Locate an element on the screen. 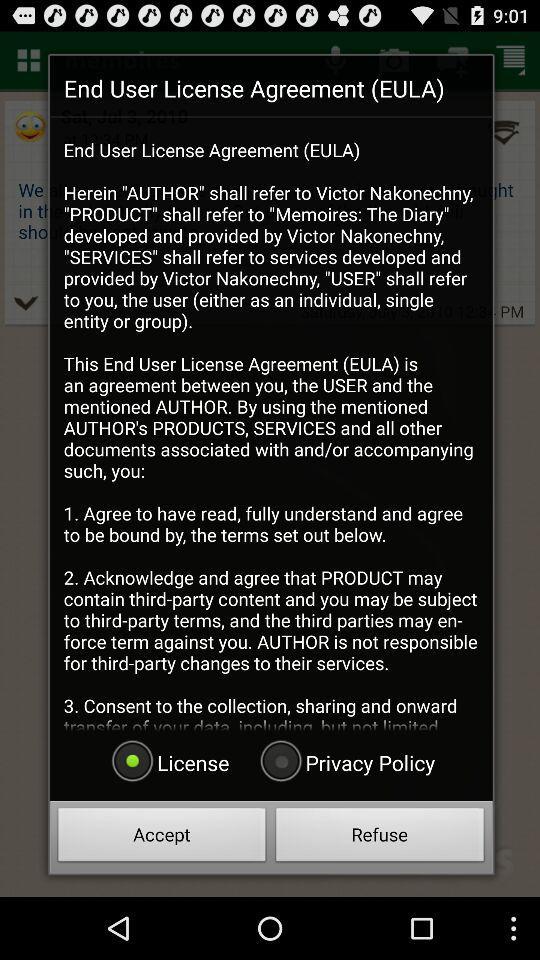 The width and height of the screenshot is (540, 960). button next to the refuse button is located at coordinates (161, 837).